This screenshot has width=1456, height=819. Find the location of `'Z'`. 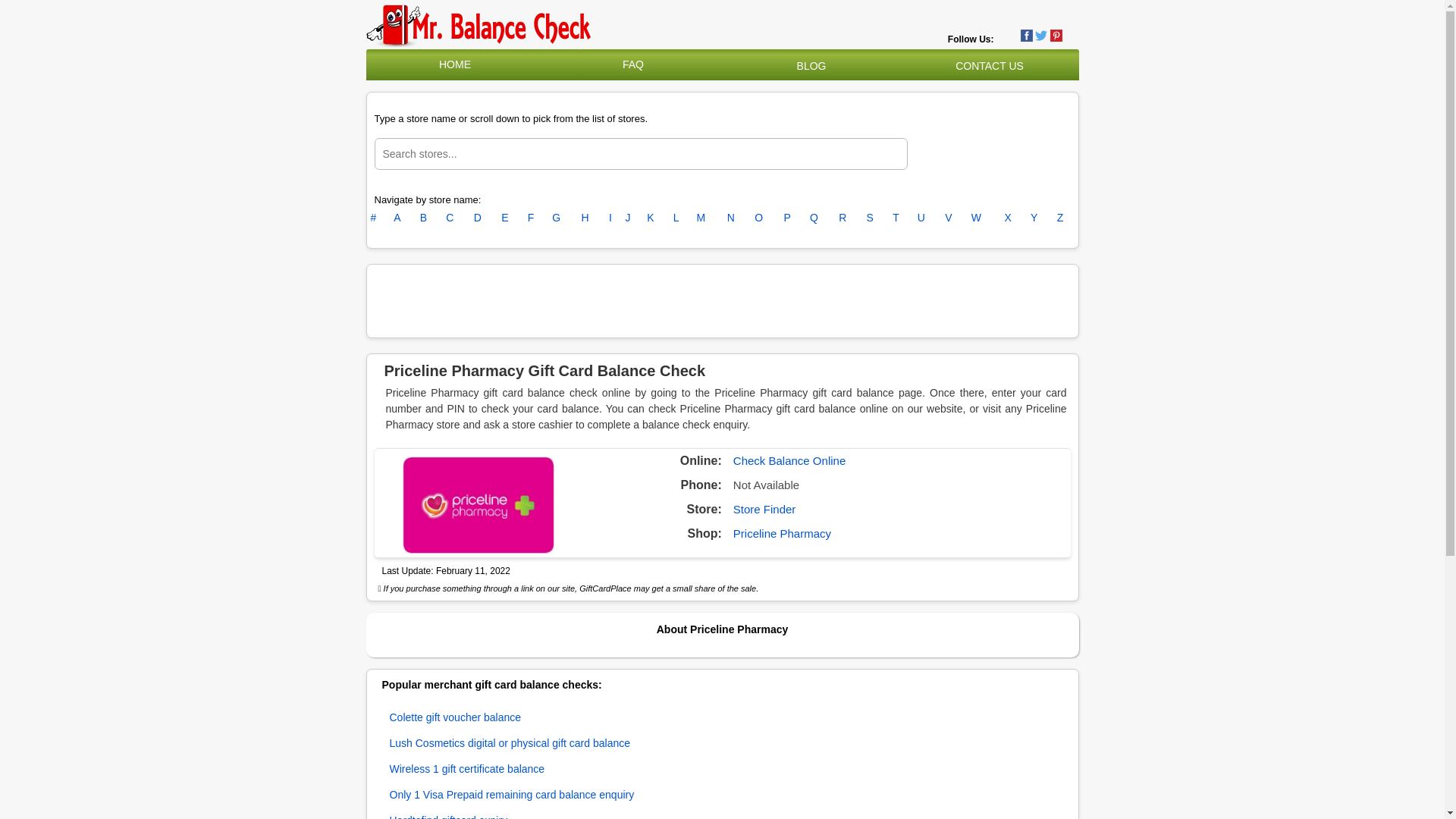

'Z' is located at coordinates (1059, 217).